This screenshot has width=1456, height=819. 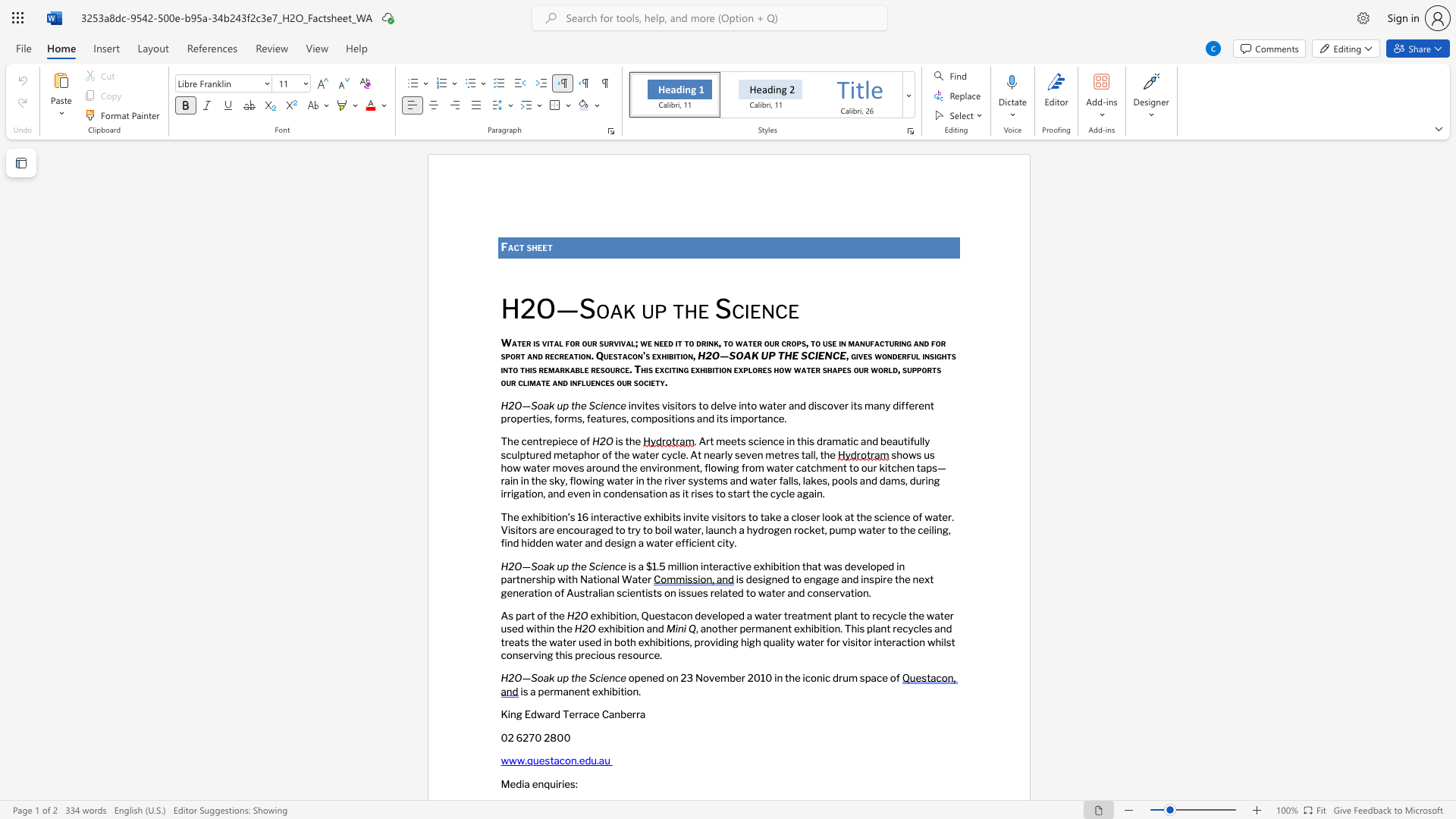 What do you see at coordinates (602, 566) in the screenshot?
I see `the subset text "enc" within the text "H2O—Soak up the Science"` at bounding box center [602, 566].